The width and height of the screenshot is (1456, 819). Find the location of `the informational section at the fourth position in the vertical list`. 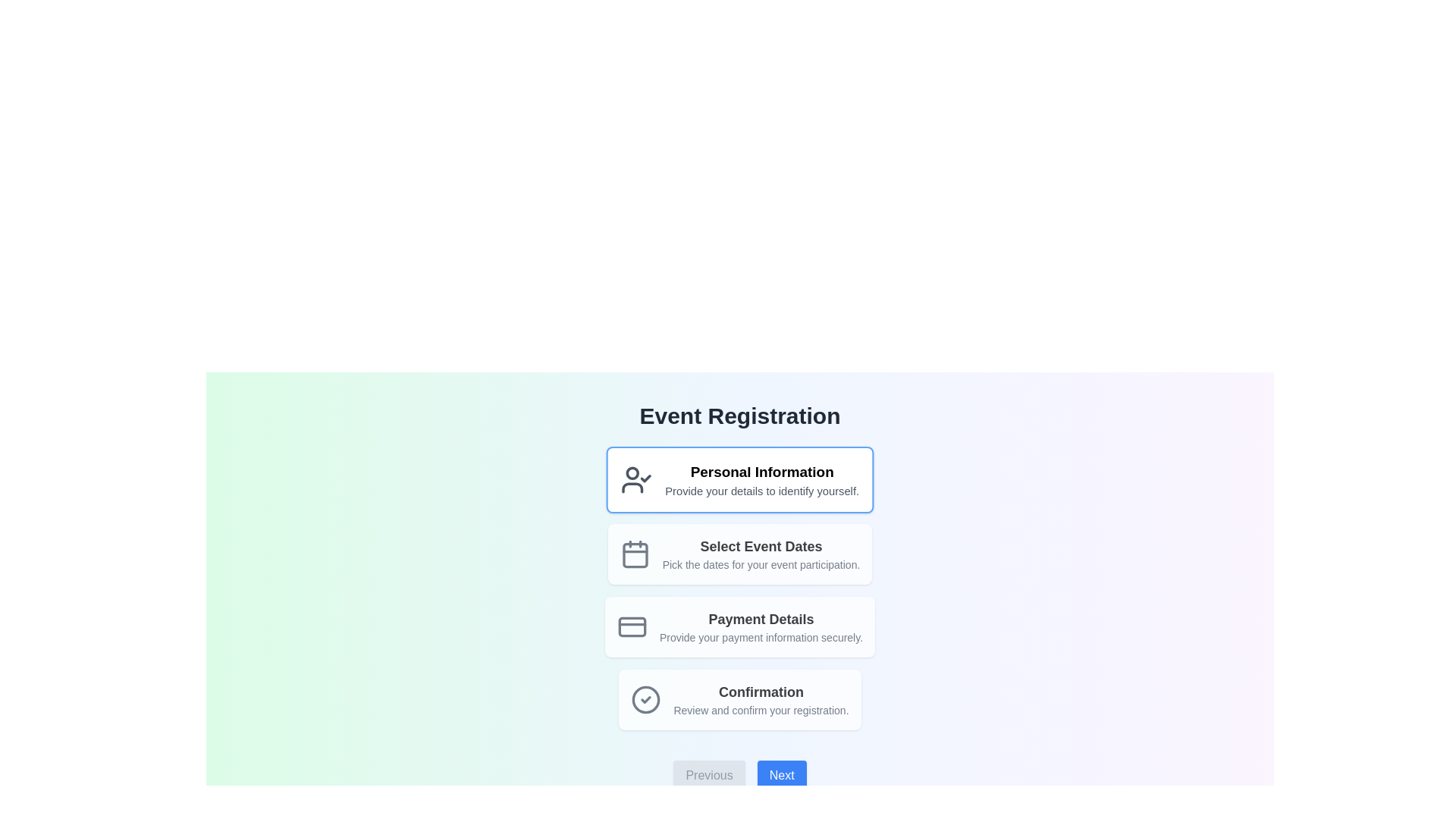

the informational section at the fourth position in the vertical list is located at coordinates (739, 699).